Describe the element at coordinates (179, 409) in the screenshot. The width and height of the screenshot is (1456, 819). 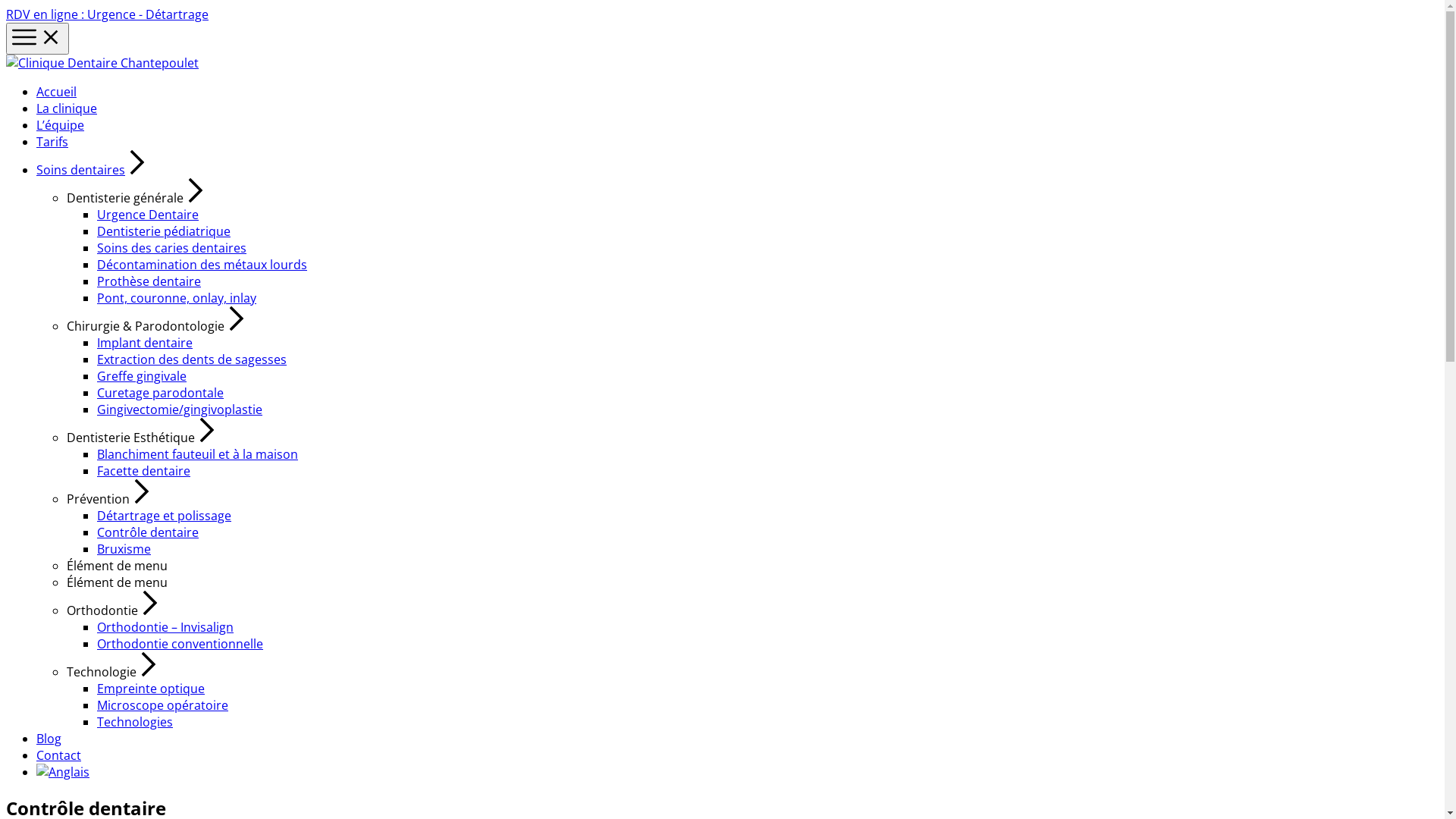
I see `'Gingivectomie/gingivoplastie'` at that location.